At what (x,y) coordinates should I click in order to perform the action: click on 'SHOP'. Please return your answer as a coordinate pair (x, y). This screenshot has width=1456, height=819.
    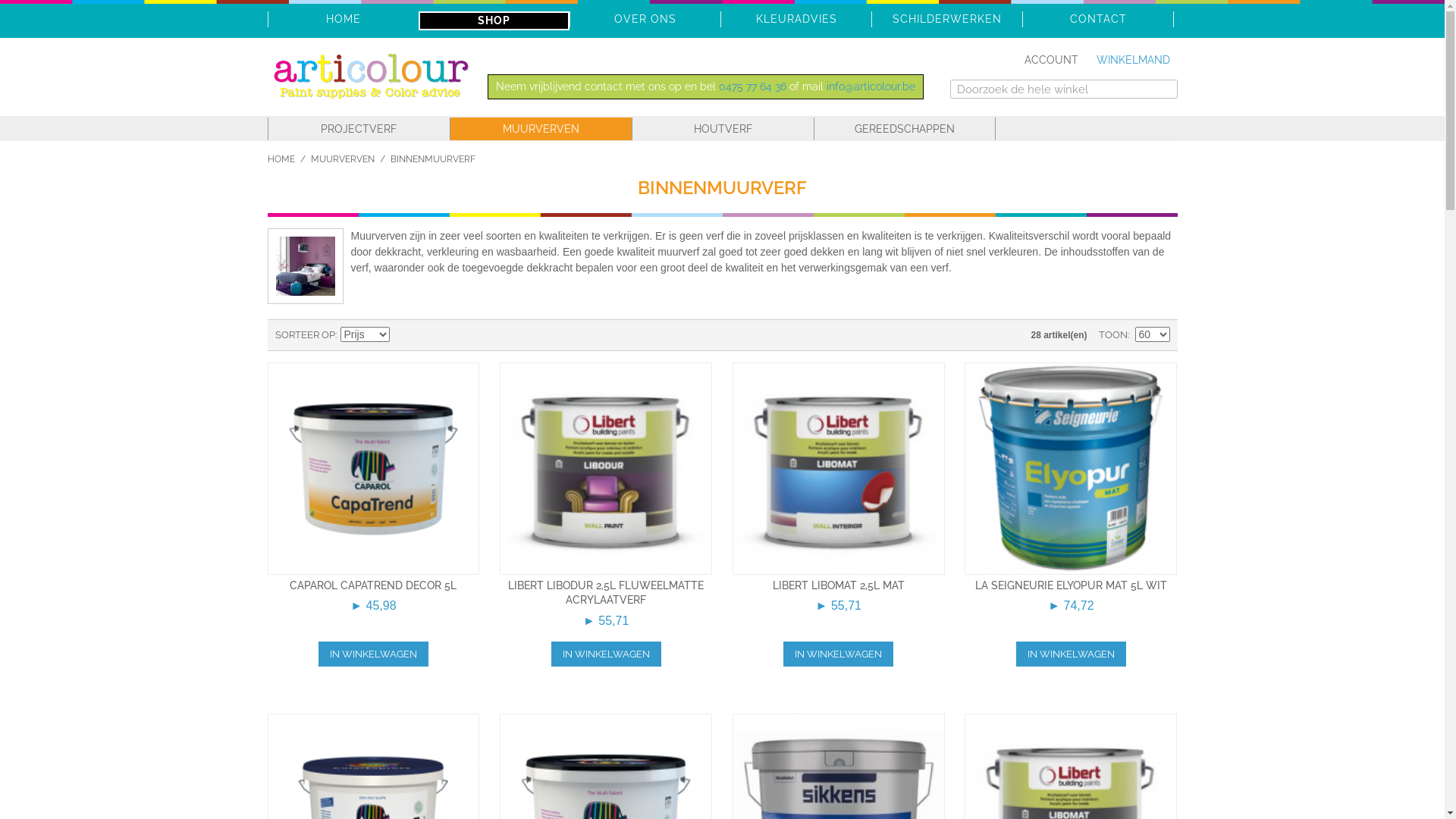
    Looking at the image, I should click on (494, 20).